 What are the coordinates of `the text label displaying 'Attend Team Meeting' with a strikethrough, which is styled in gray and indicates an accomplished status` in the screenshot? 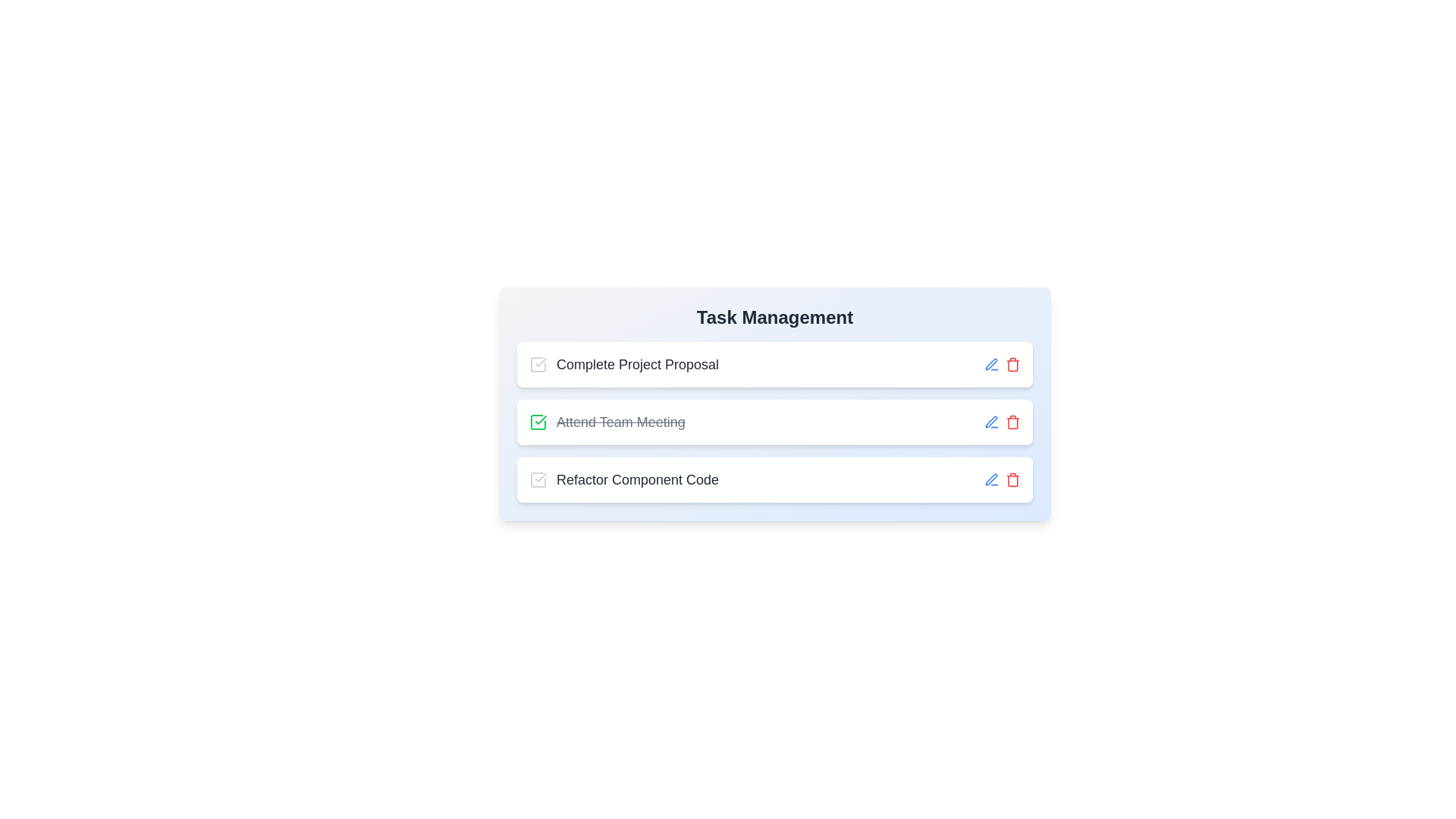 It's located at (607, 422).